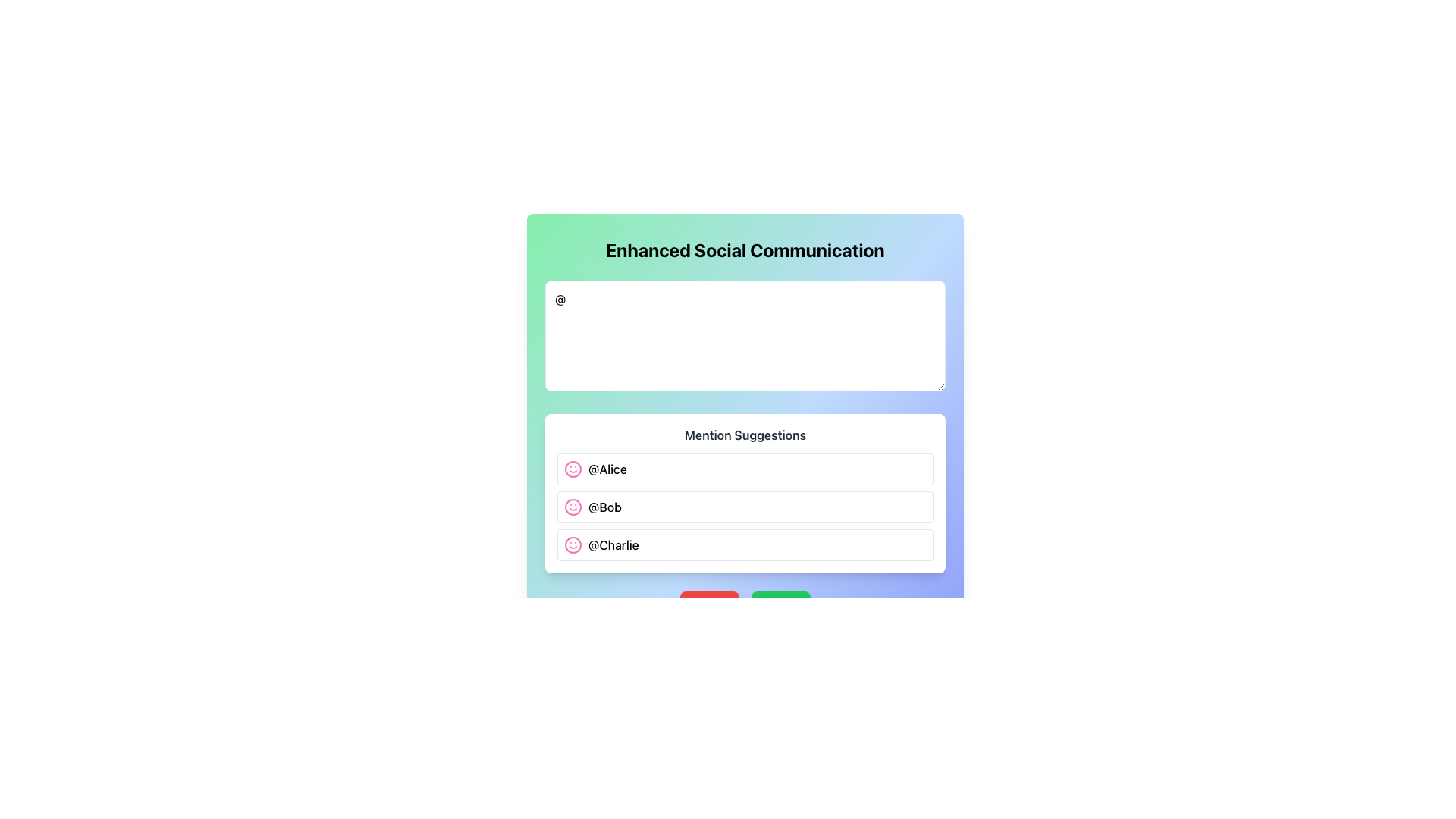 The image size is (1456, 819). What do you see at coordinates (745, 544) in the screenshot?
I see `to select the '@Charlie' mention from the third item in the vertical list of mention suggestions` at bounding box center [745, 544].